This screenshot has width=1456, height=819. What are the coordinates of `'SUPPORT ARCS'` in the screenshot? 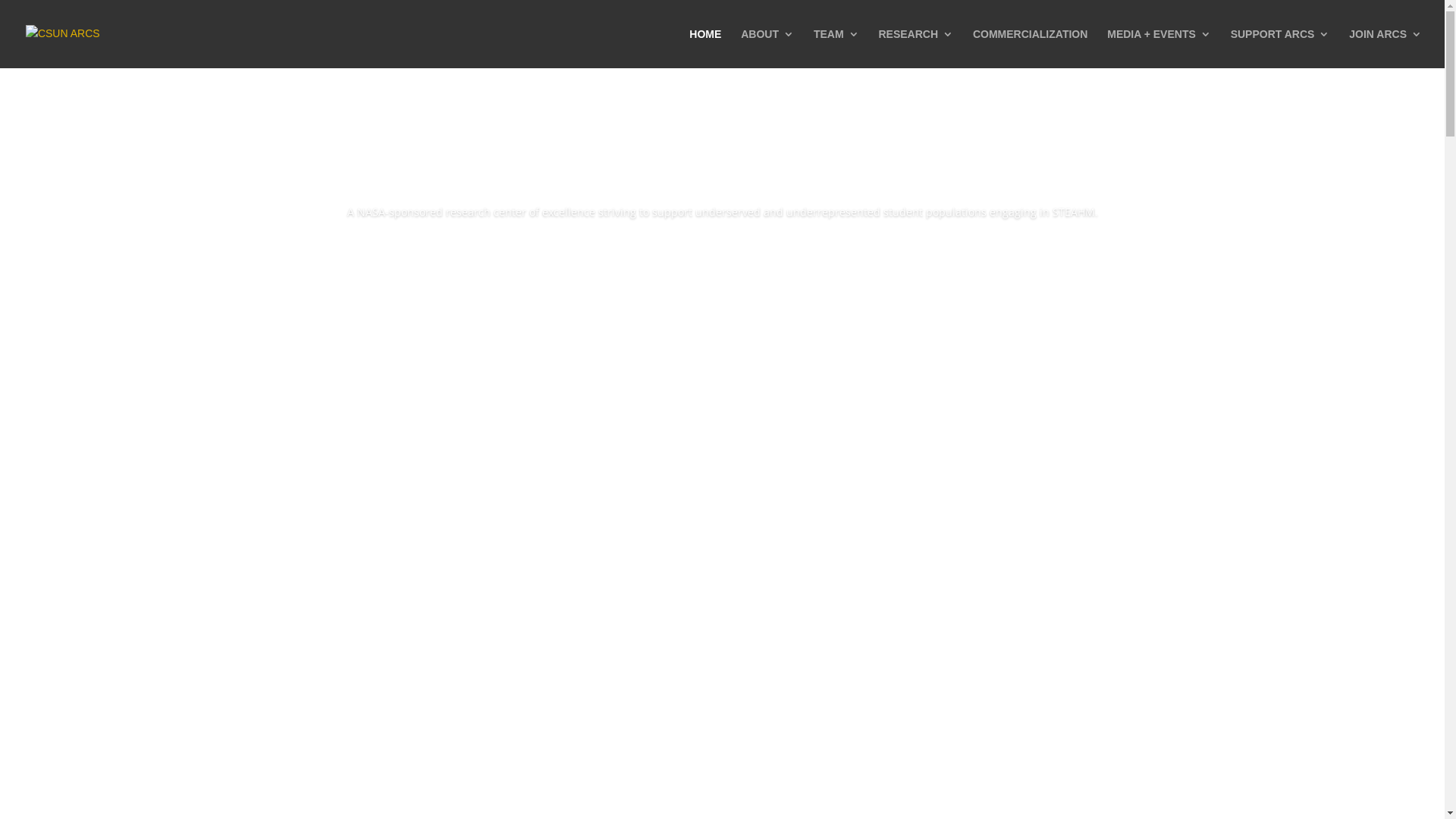 It's located at (1279, 48).